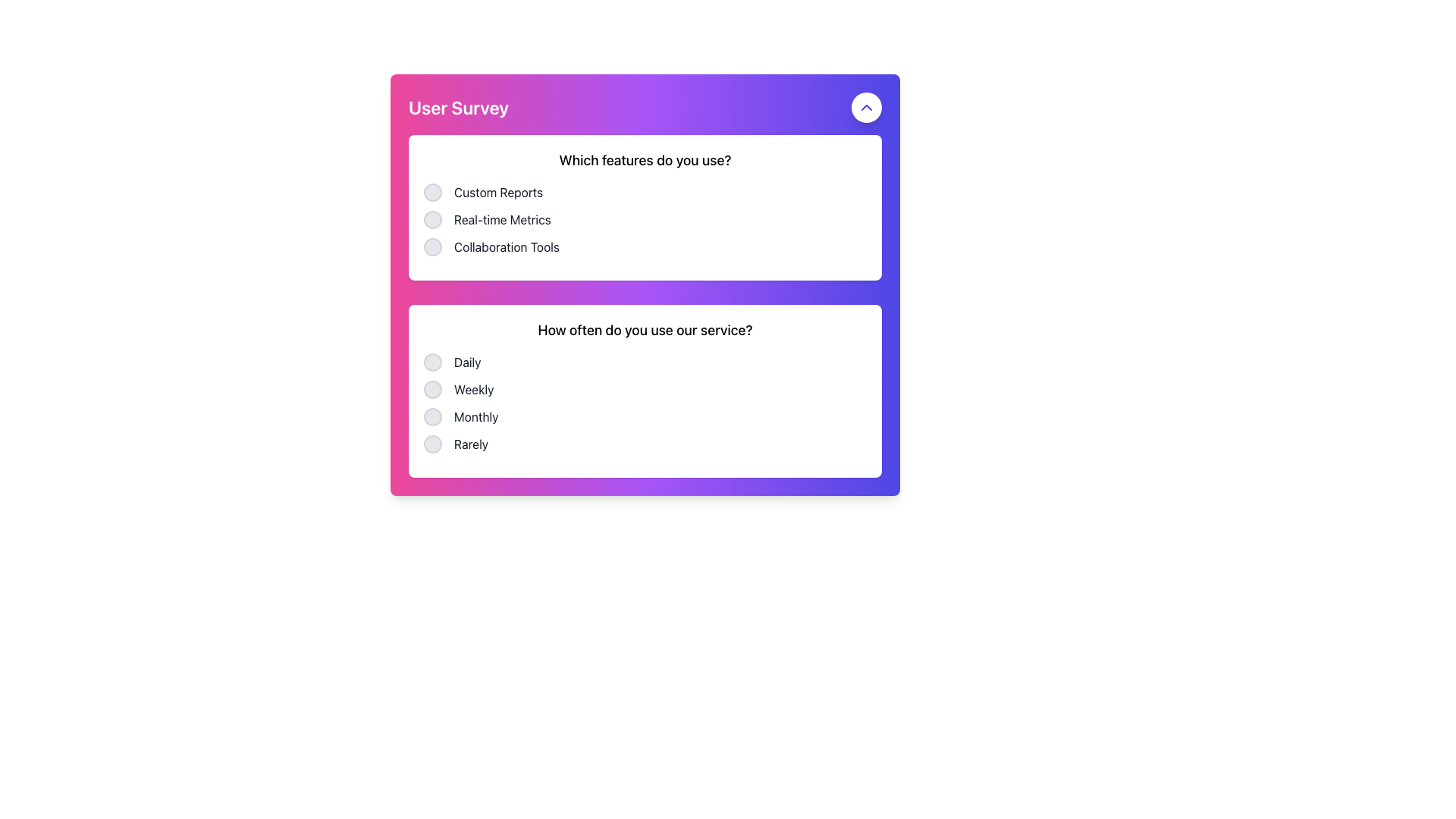  Describe the element at coordinates (470, 444) in the screenshot. I see `the text label element displaying 'Rarely', which is styled in bold, dark gray font and positioned to the right of a circular radio button under the question 'How often do you use our service?'` at that location.